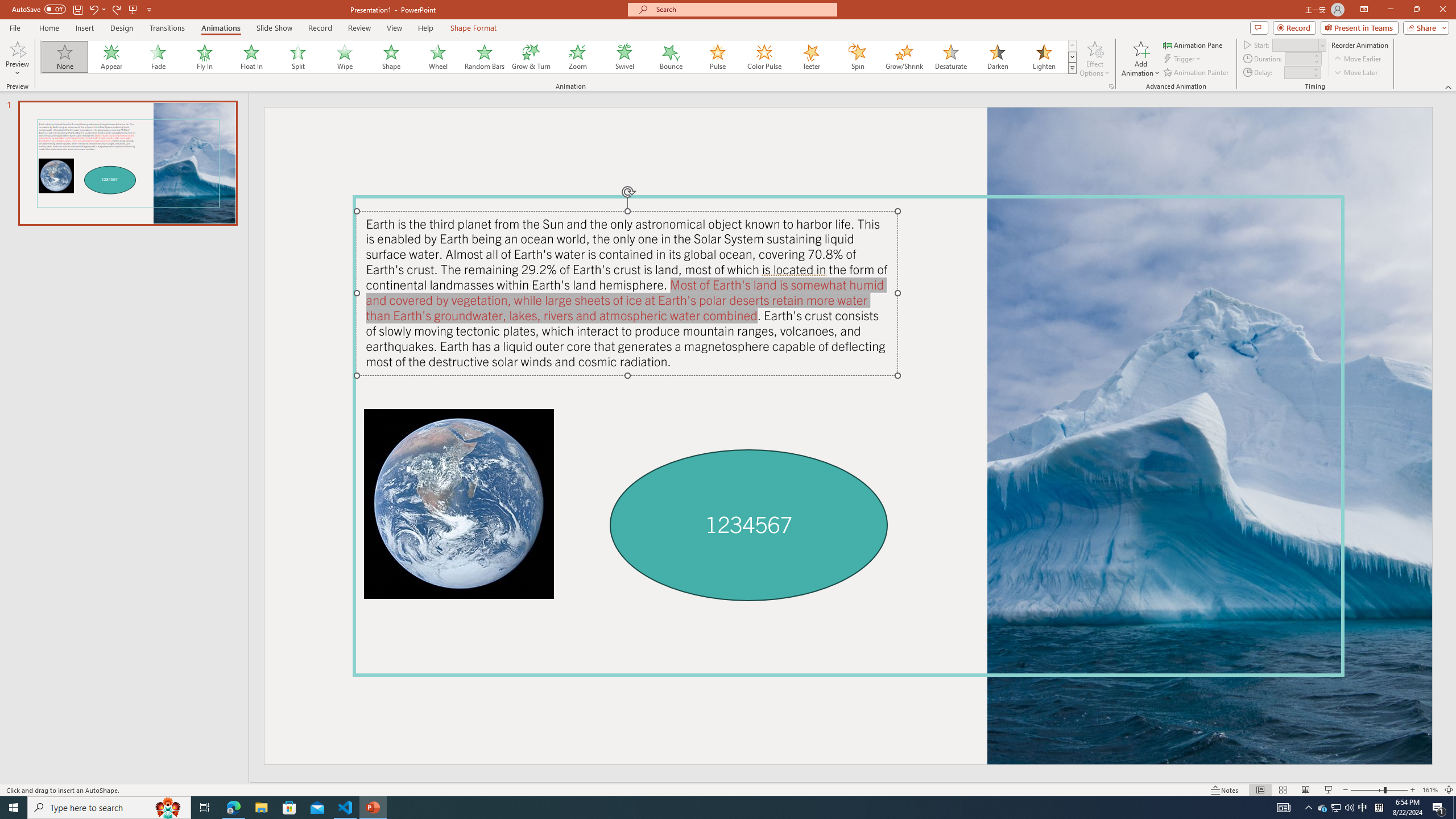  What do you see at coordinates (438, 56) in the screenshot?
I see `'Wheel'` at bounding box center [438, 56].